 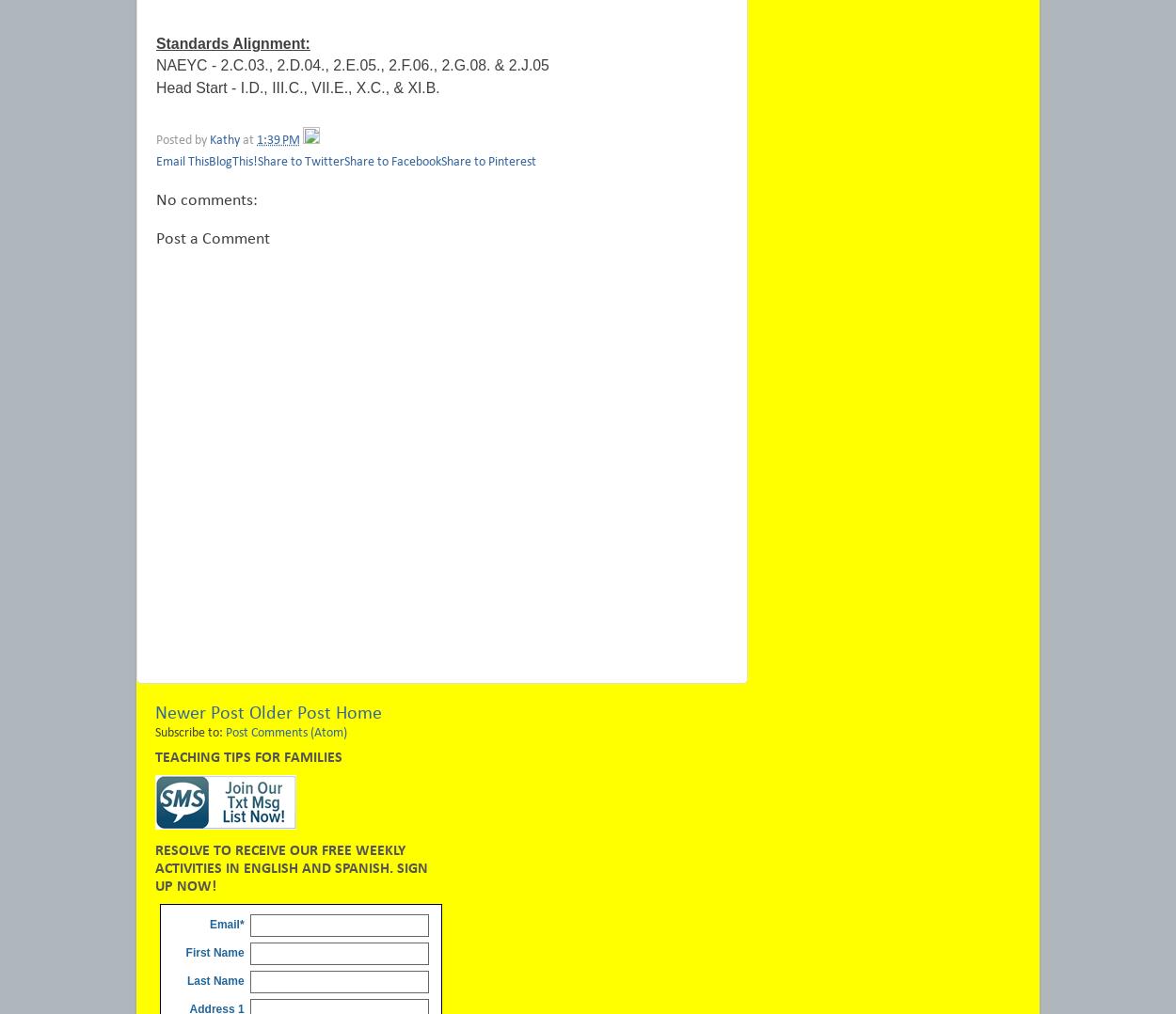 What do you see at coordinates (257, 140) in the screenshot?
I see `'1:39 PM'` at bounding box center [257, 140].